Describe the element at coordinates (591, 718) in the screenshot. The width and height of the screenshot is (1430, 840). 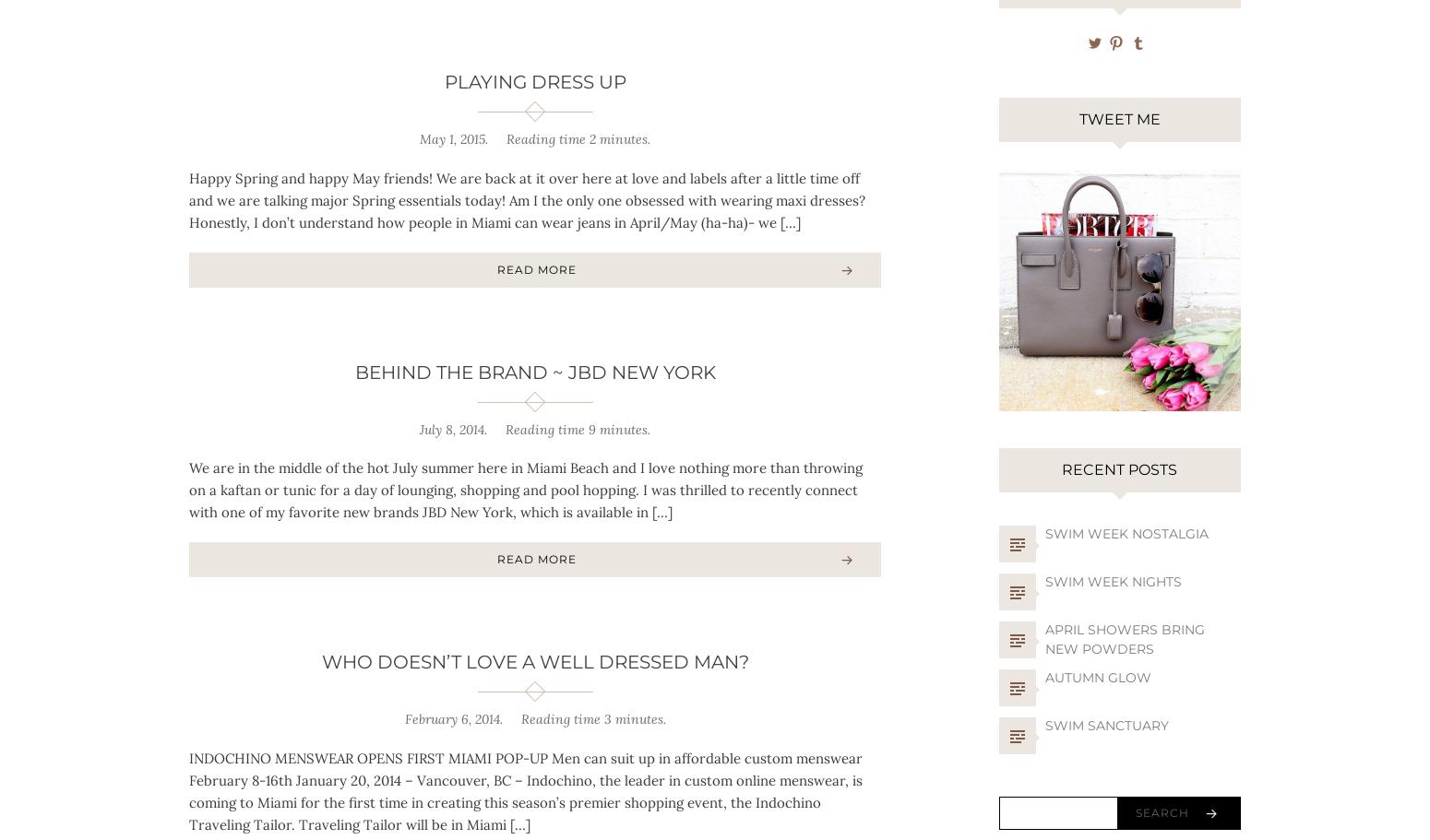
I see `'Reading time 3 minutes.'` at that location.